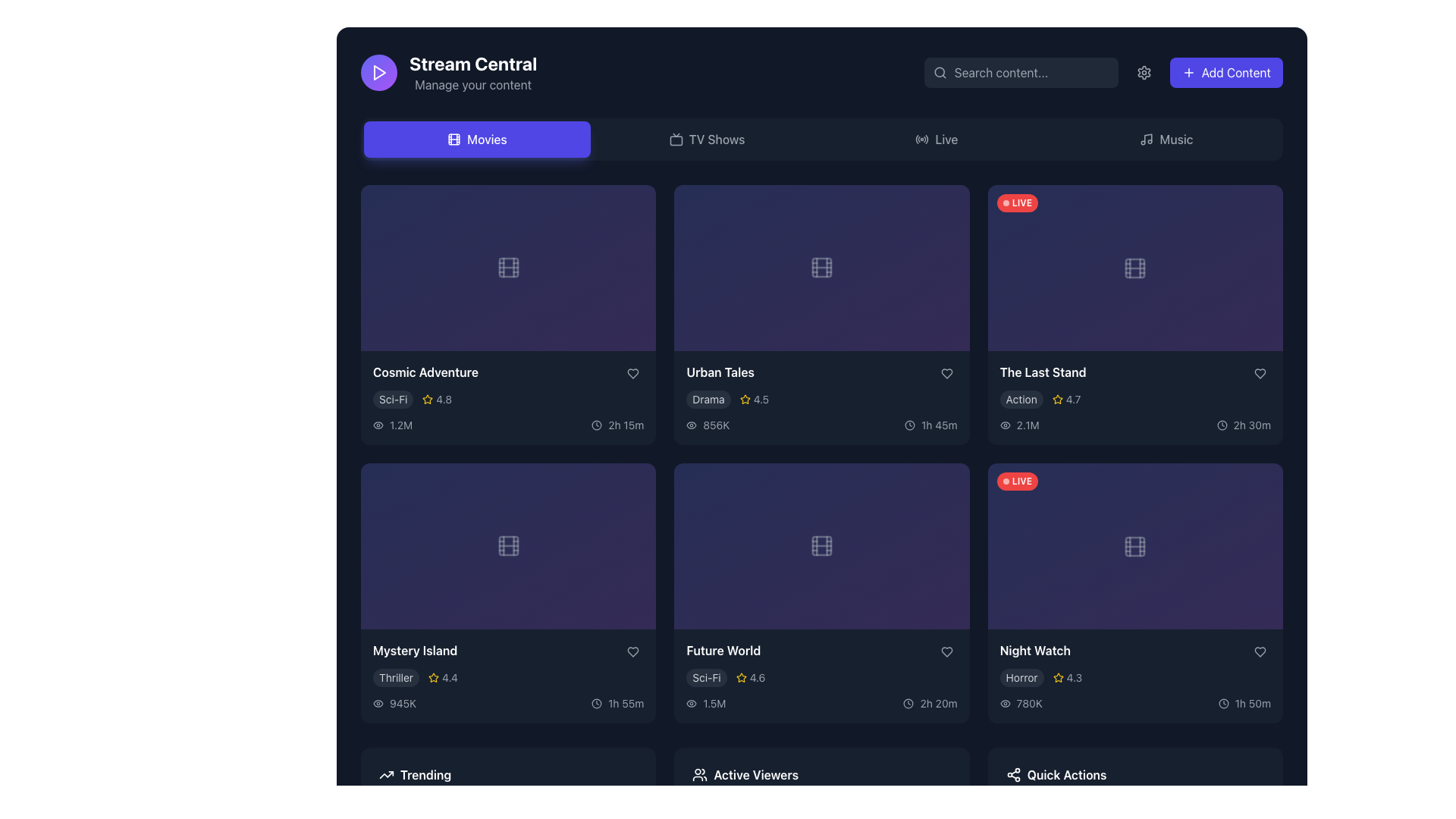 This screenshot has width=1456, height=819. Describe the element at coordinates (626, 703) in the screenshot. I see `the displayed runtime duration of the movie or show in the text label located at the bottom right corner of the 'Mystery Island' content card, adjacent to the clock icon` at that location.